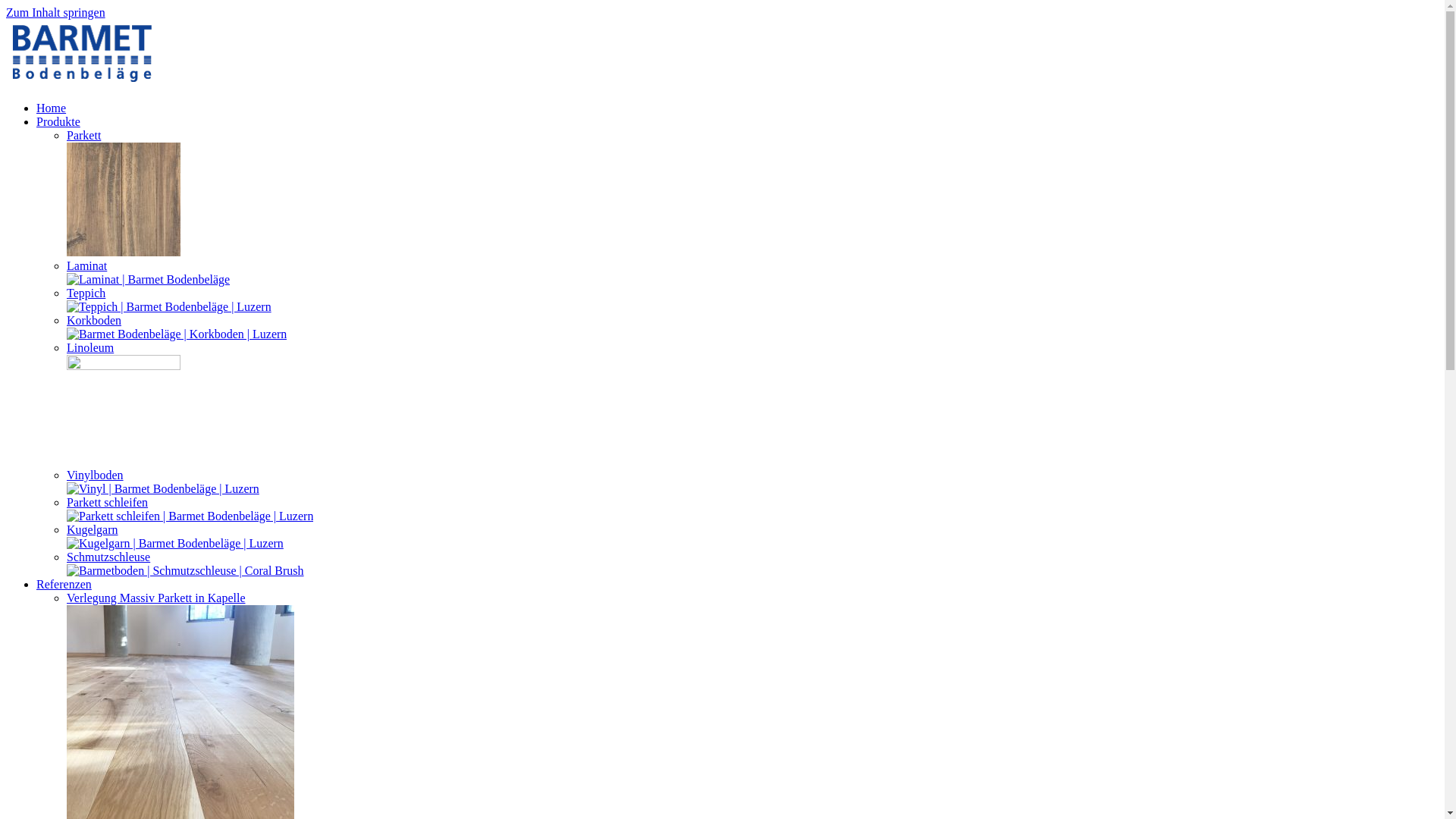 This screenshot has width=1456, height=819. Describe the element at coordinates (89, 347) in the screenshot. I see `'Linoleum'` at that location.